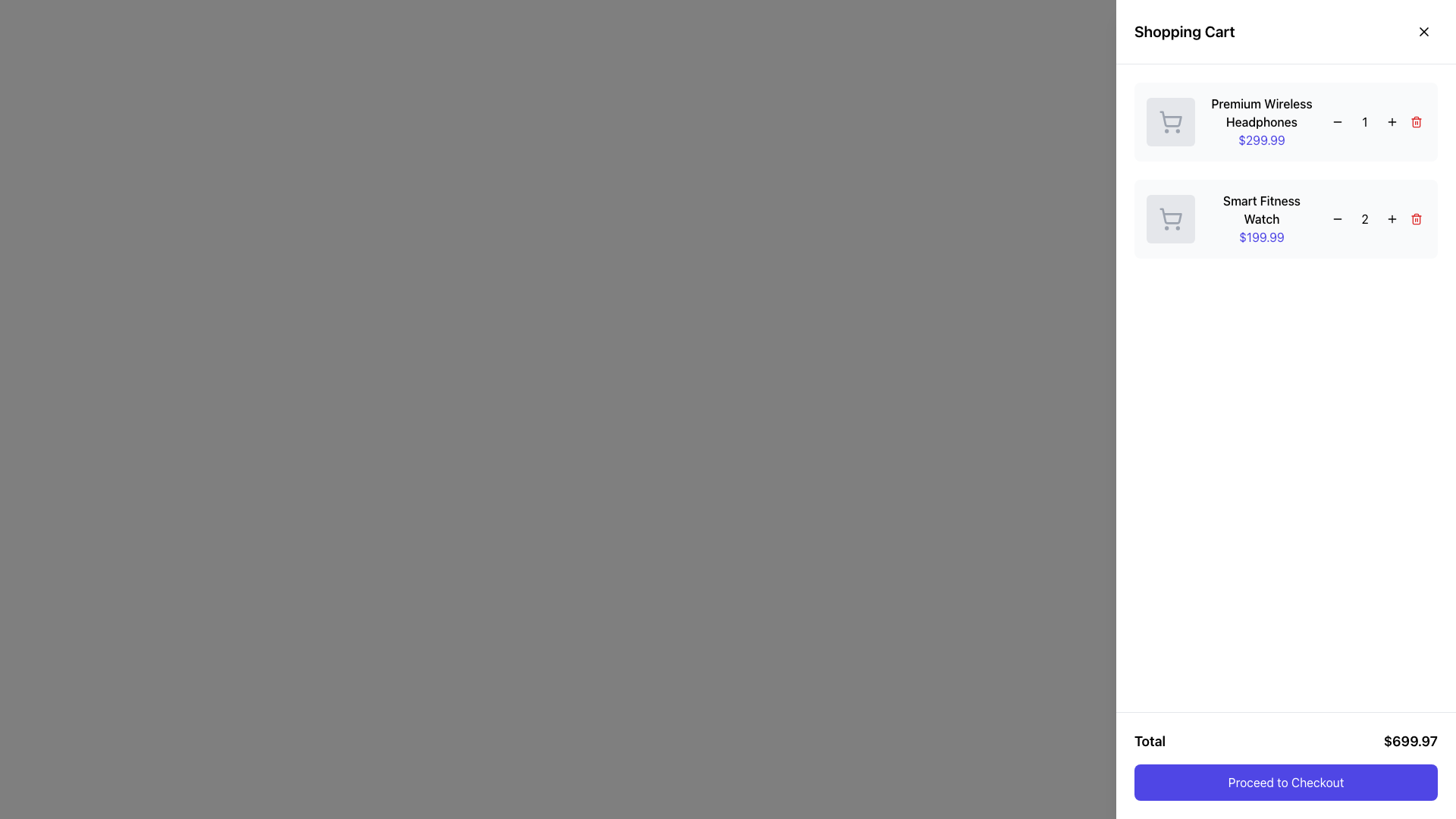 This screenshot has width=1456, height=819. I want to click on the static text displaying the price of the 'Smart Fitness Watch' located in the shopping cart interface, so click(1262, 237).